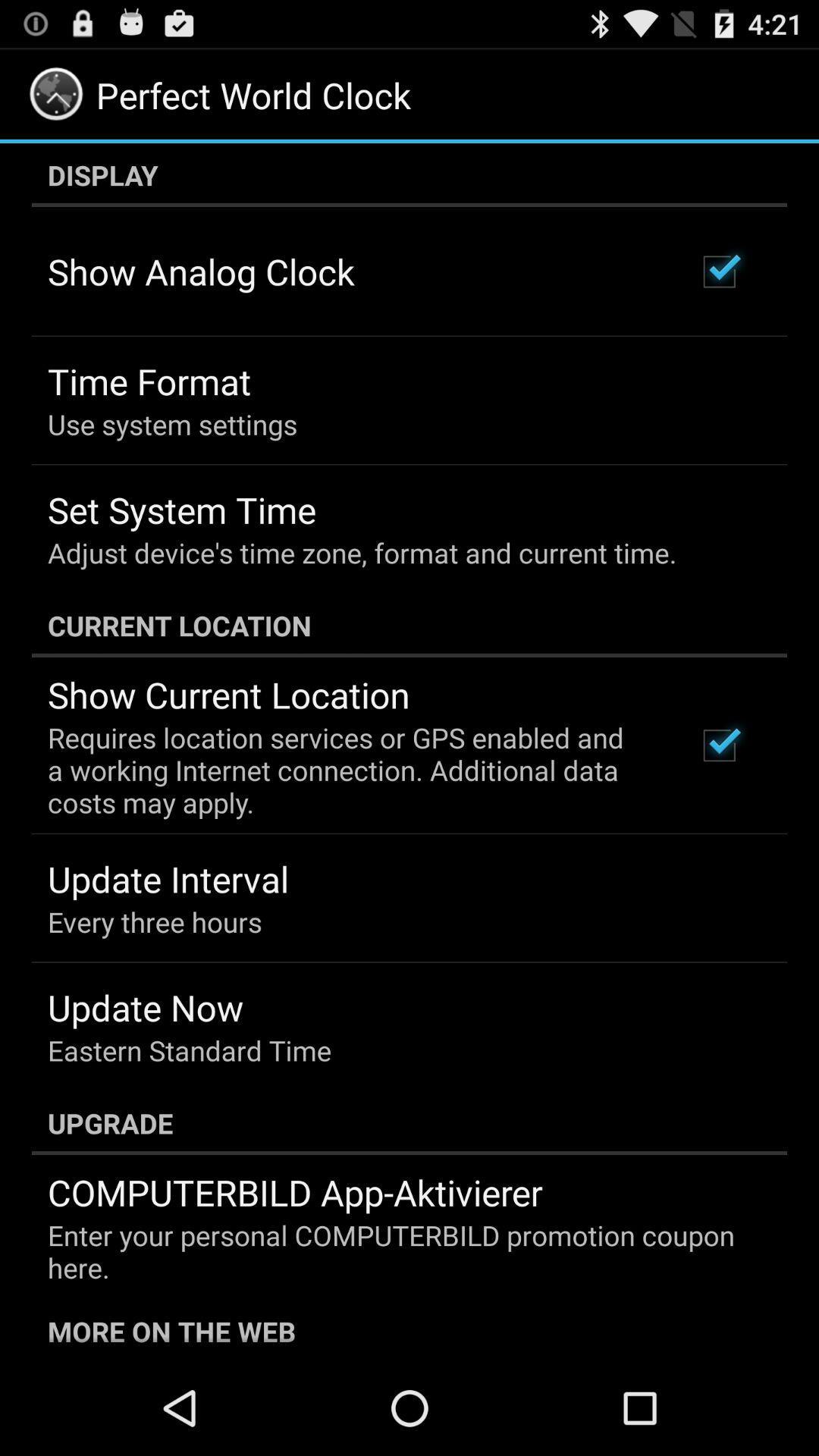 The height and width of the screenshot is (1456, 819). What do you see at coordinates (155, 921) in the screenshot?
I see `the app above update now icon` at bounding box center [155, 921].